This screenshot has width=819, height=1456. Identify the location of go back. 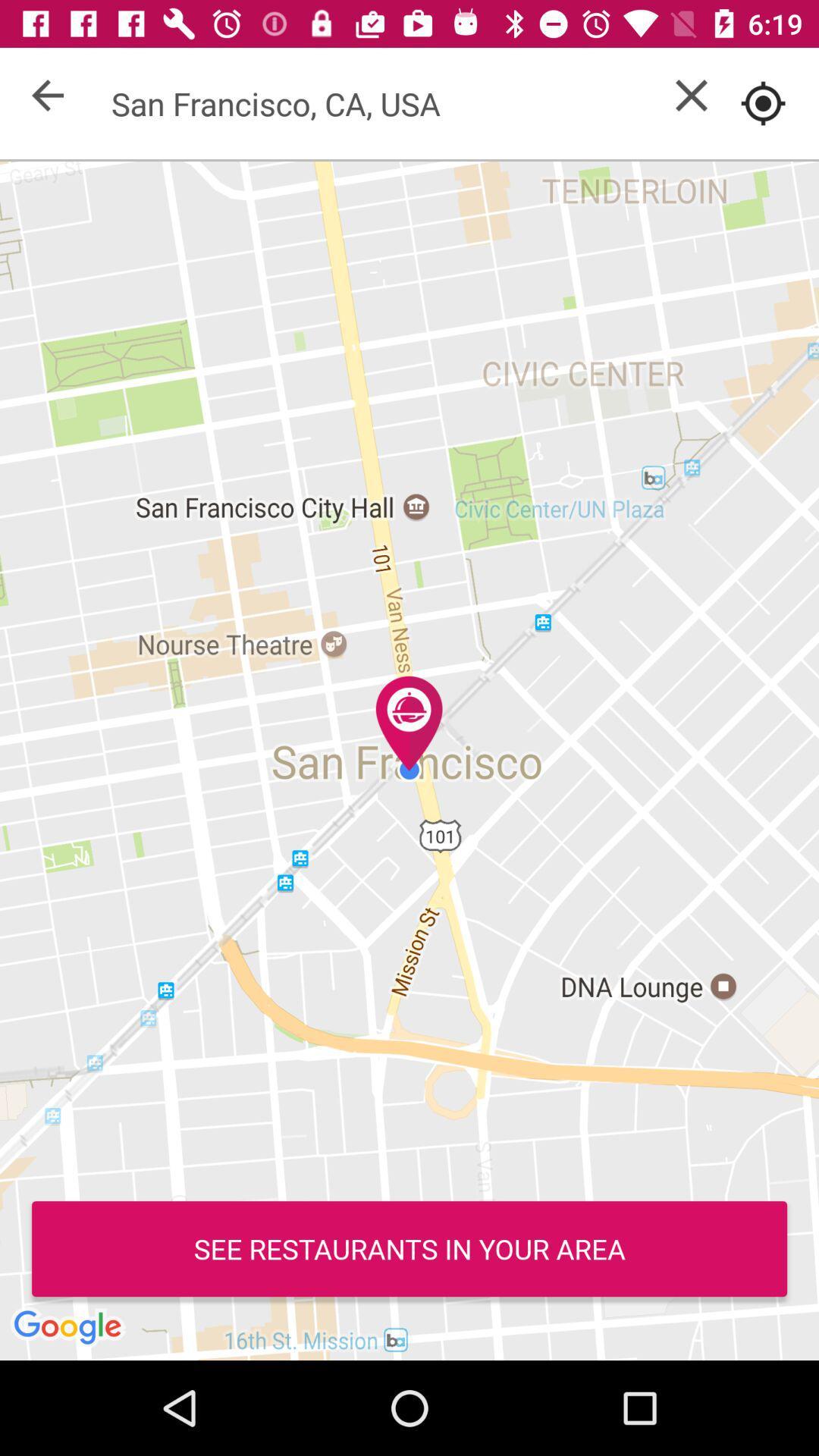
(46, 94).